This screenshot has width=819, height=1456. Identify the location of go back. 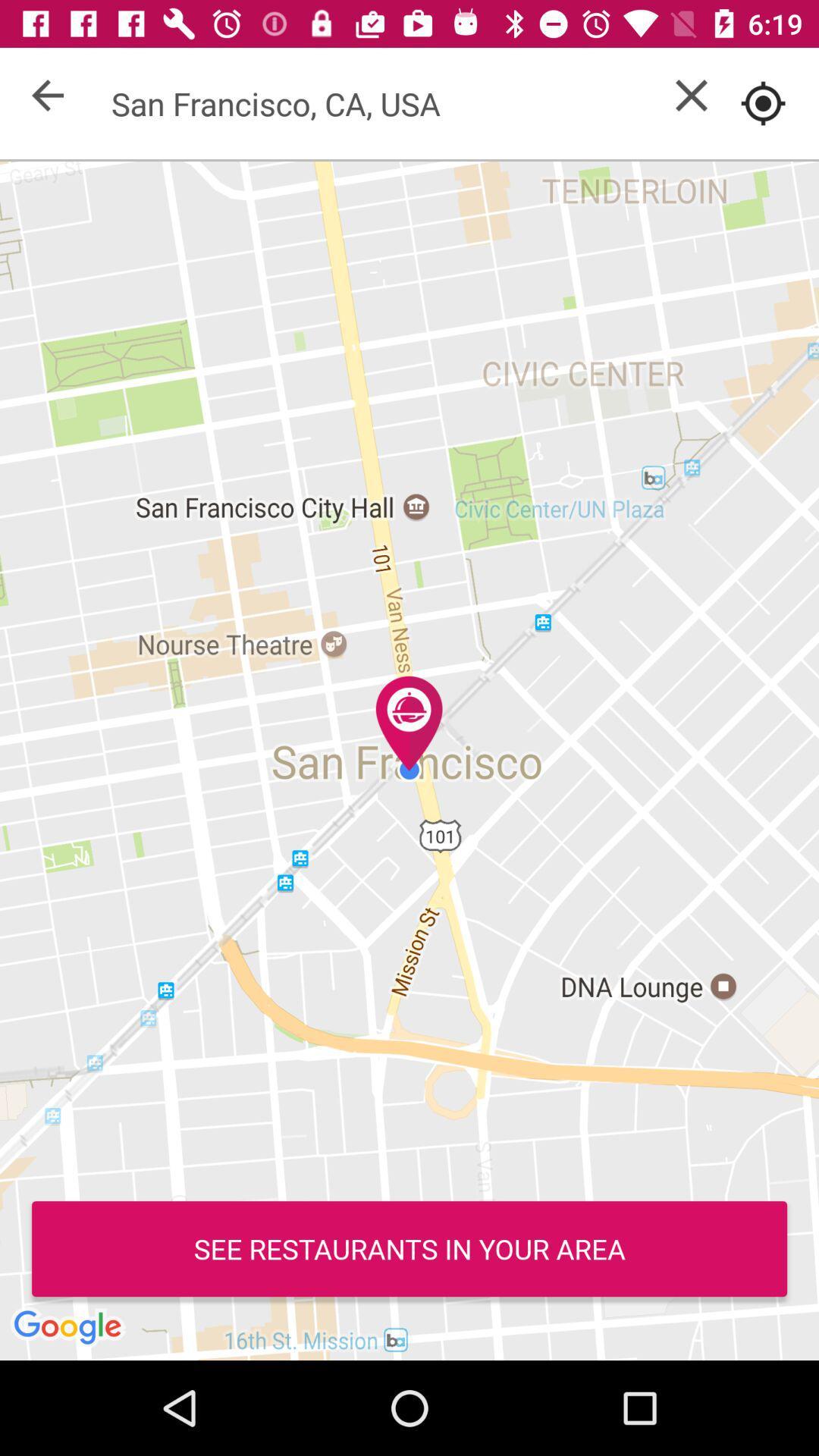
(46, 94).